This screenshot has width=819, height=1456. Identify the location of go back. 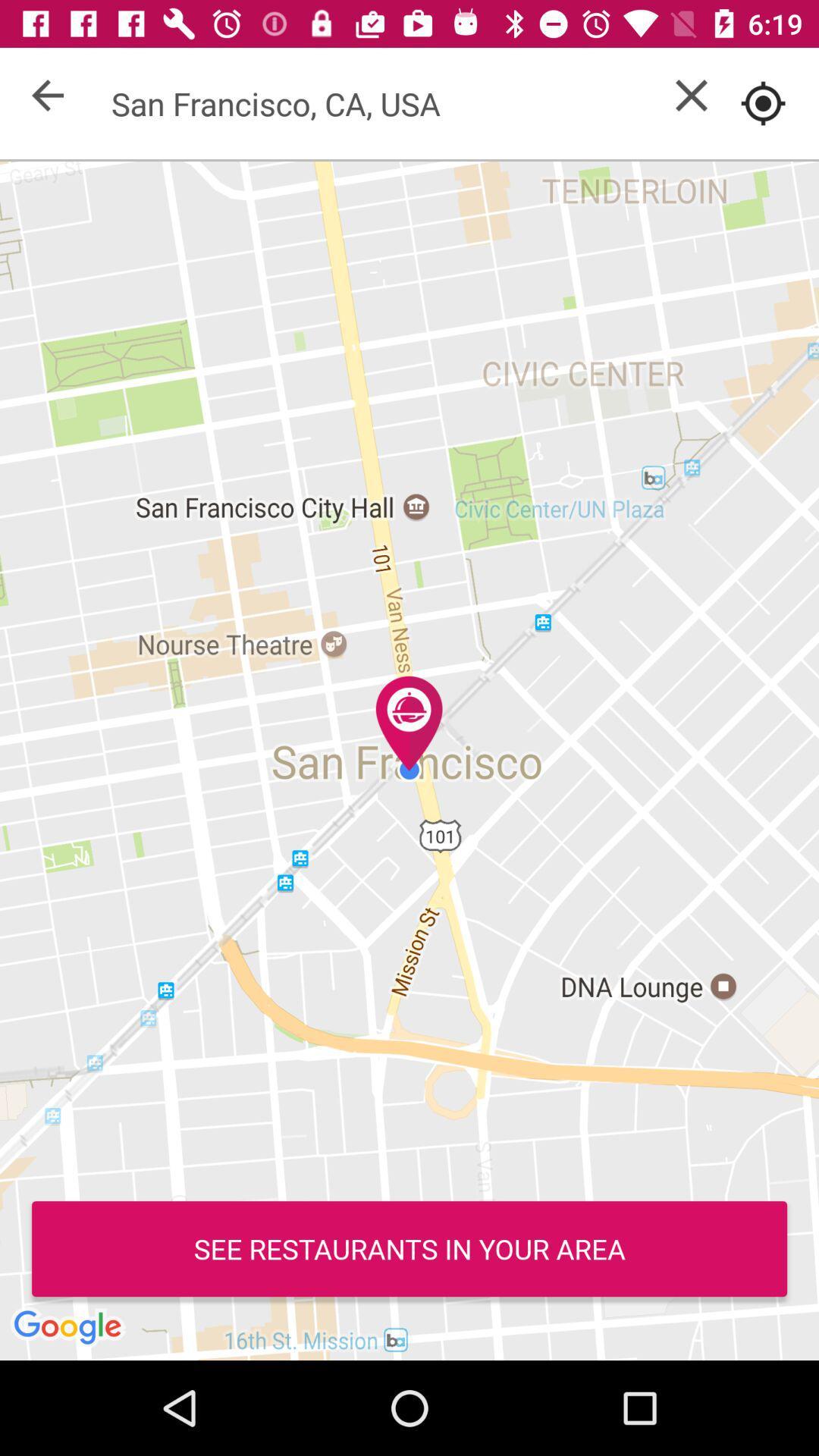
(46, 94).